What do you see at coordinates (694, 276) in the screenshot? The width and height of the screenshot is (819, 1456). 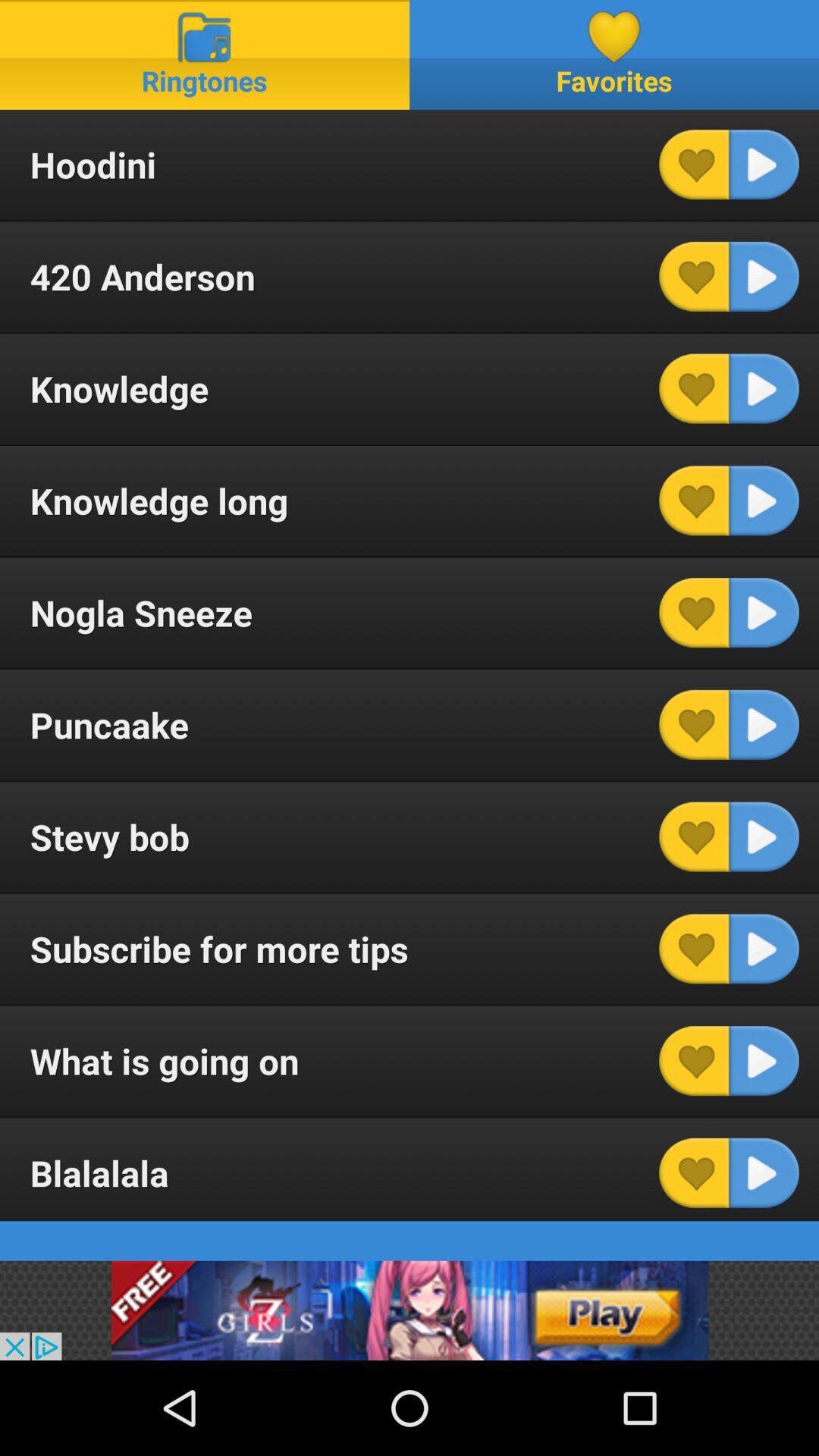 I see `mark as favorite` at bounding box center [694, 276].